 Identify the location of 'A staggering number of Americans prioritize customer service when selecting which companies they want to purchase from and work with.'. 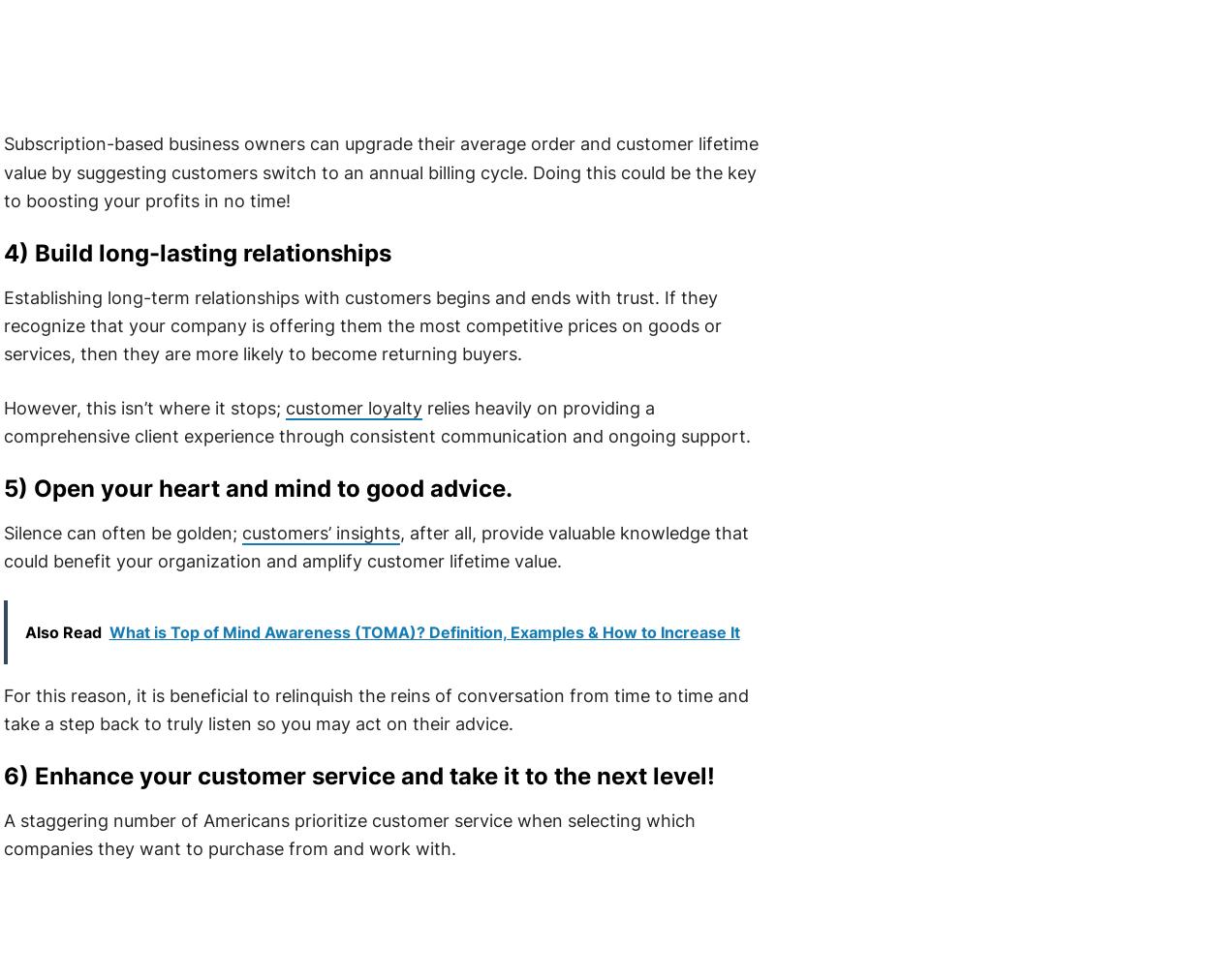
(348, 833).